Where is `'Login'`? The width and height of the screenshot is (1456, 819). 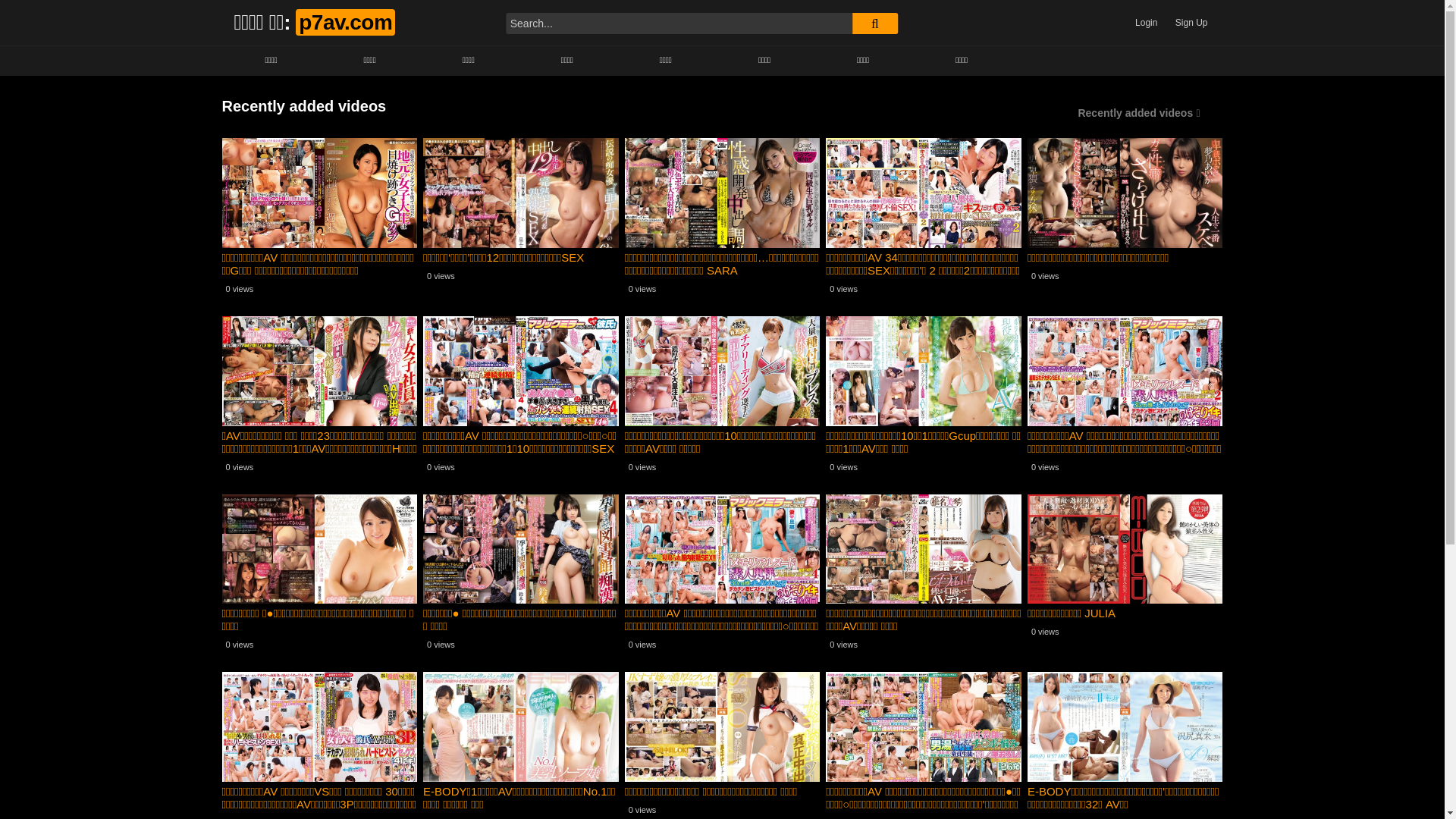
'Login' is located at coordinates (1146, 23).